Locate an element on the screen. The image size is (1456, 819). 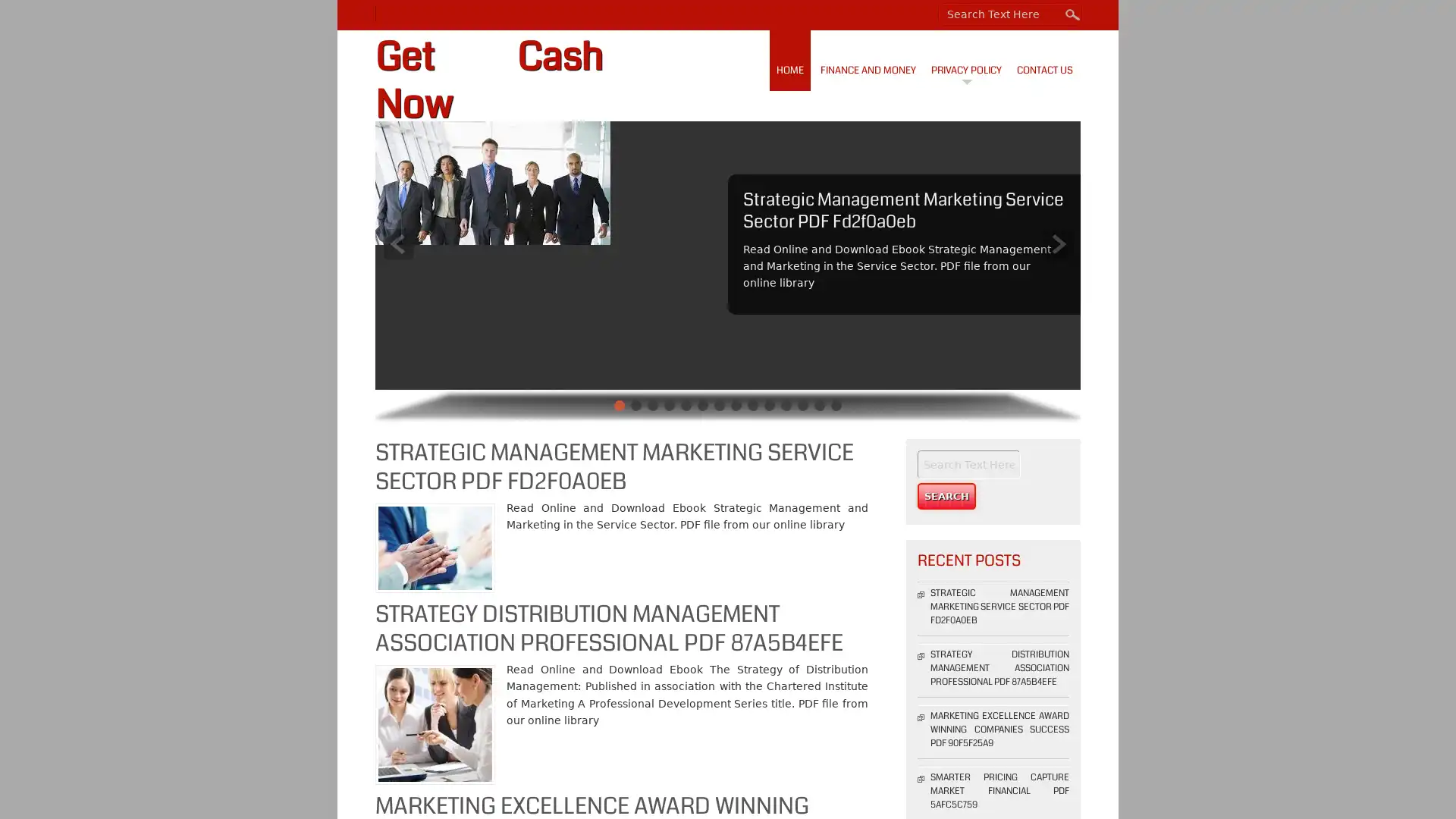
Search is located at coordinates (946, 496).